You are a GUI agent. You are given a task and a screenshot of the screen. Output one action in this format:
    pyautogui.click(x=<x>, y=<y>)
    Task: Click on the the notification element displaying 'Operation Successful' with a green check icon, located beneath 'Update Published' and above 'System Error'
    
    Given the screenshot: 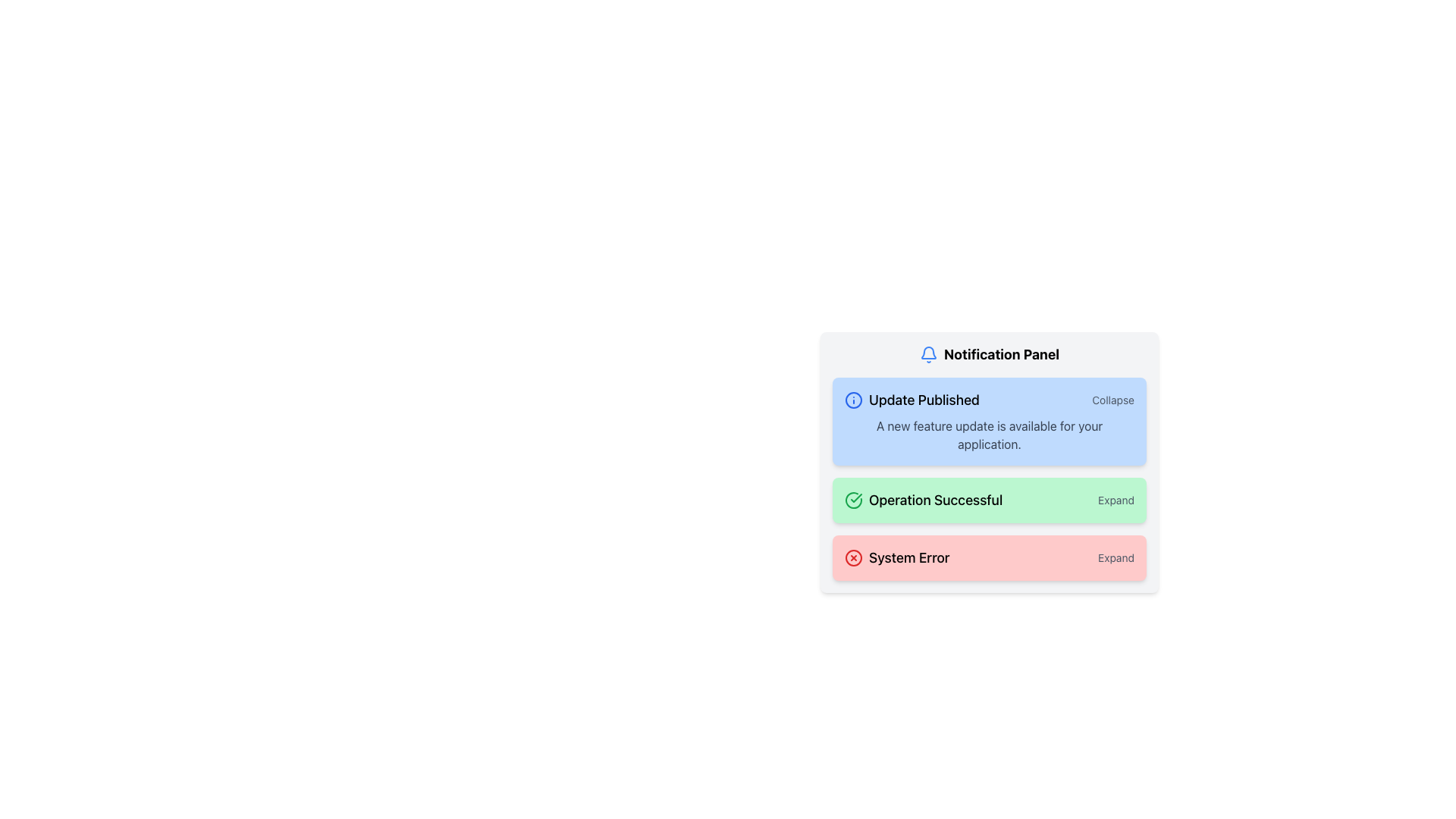 What is the action you would take?
    pyautogui.click(x=923, y=500)
    